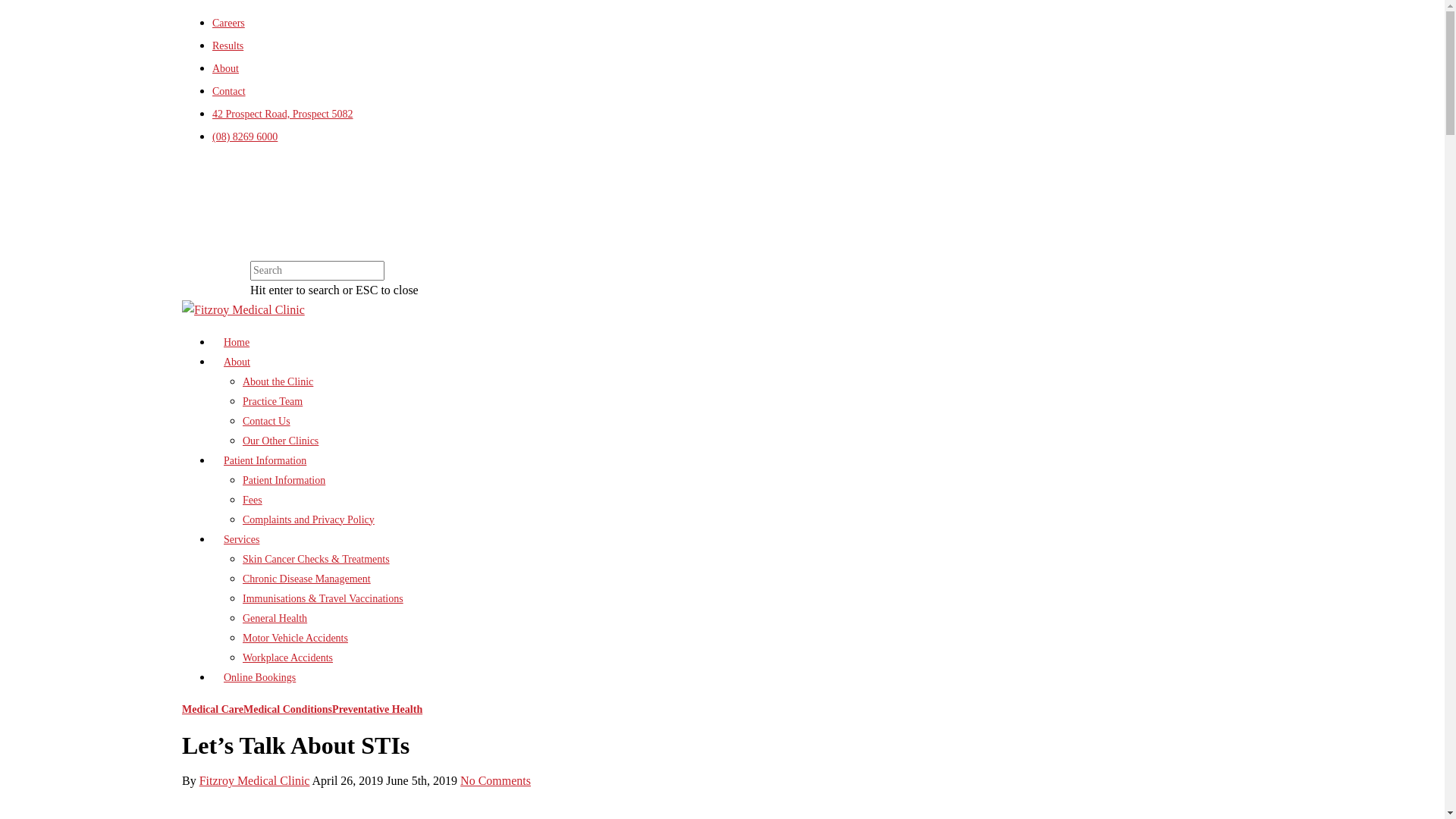 The height and width of the screenshot is (819, 1456). What do you see at coordinates (308, 519) in the screenshot?
I see `'Complaints and Privacy Policy'` at bounding box center [308, 519].